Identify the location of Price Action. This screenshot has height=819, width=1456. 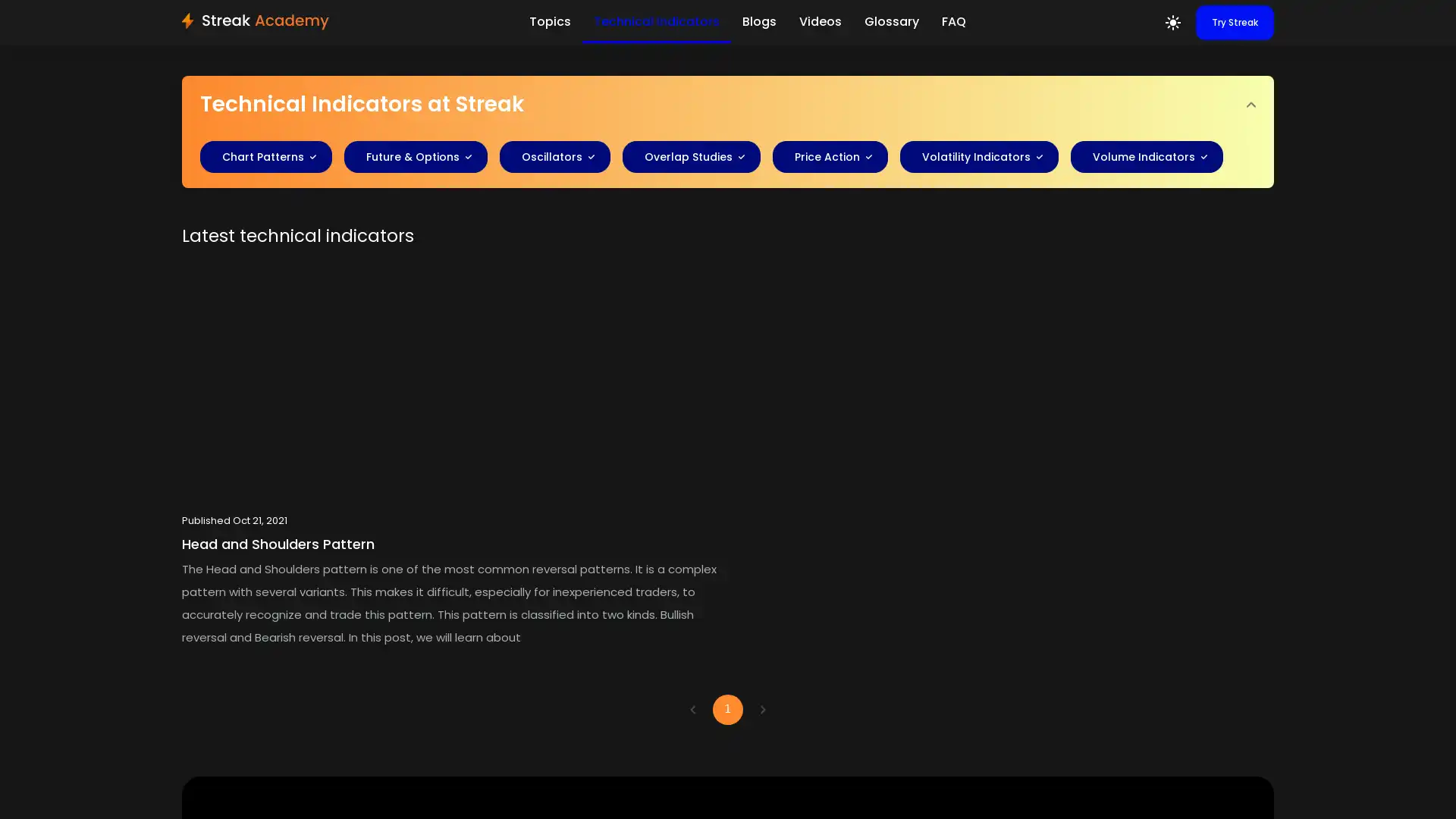
(824, 157).